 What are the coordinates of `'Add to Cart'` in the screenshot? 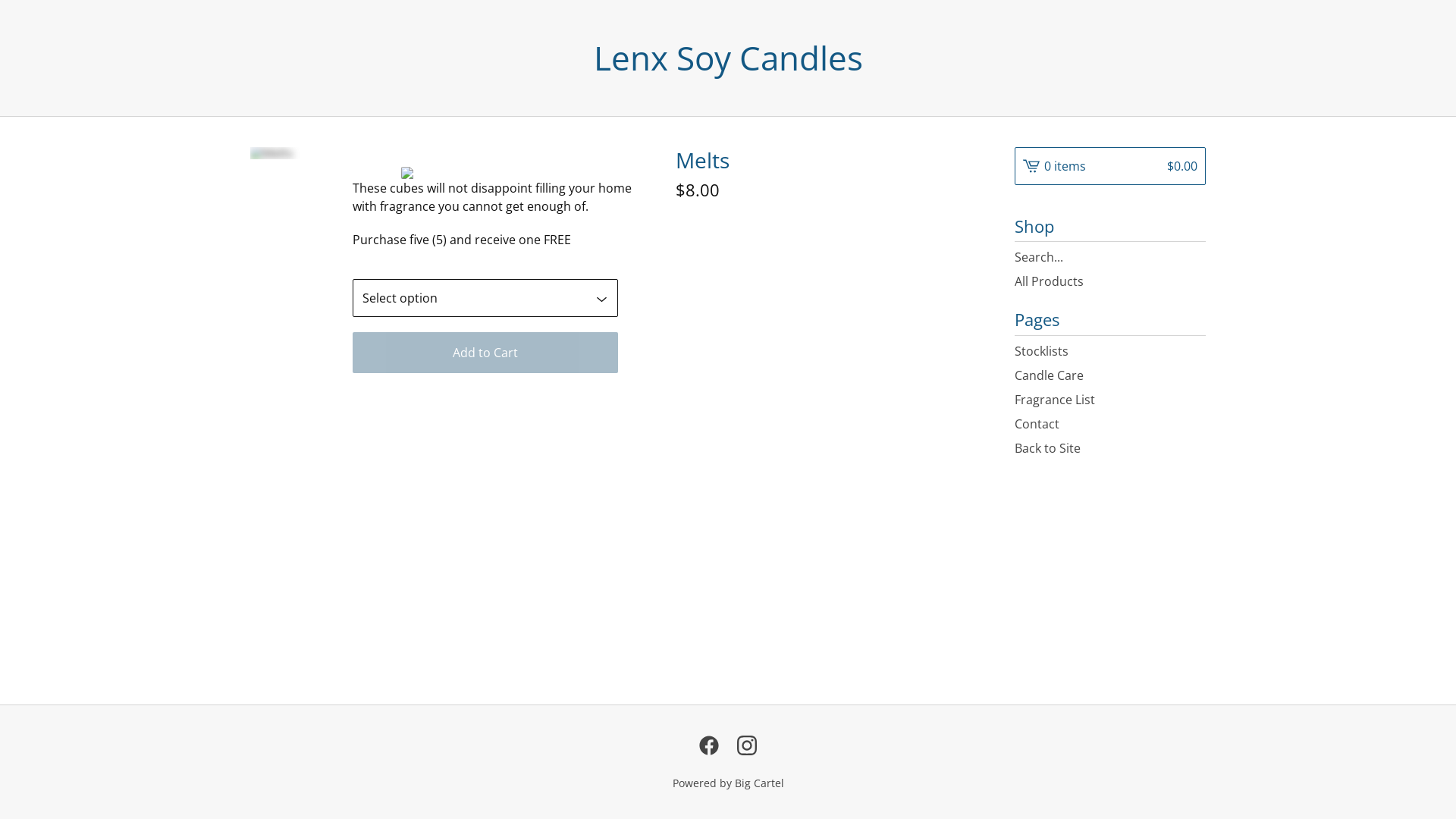 It's located at (484, 353).